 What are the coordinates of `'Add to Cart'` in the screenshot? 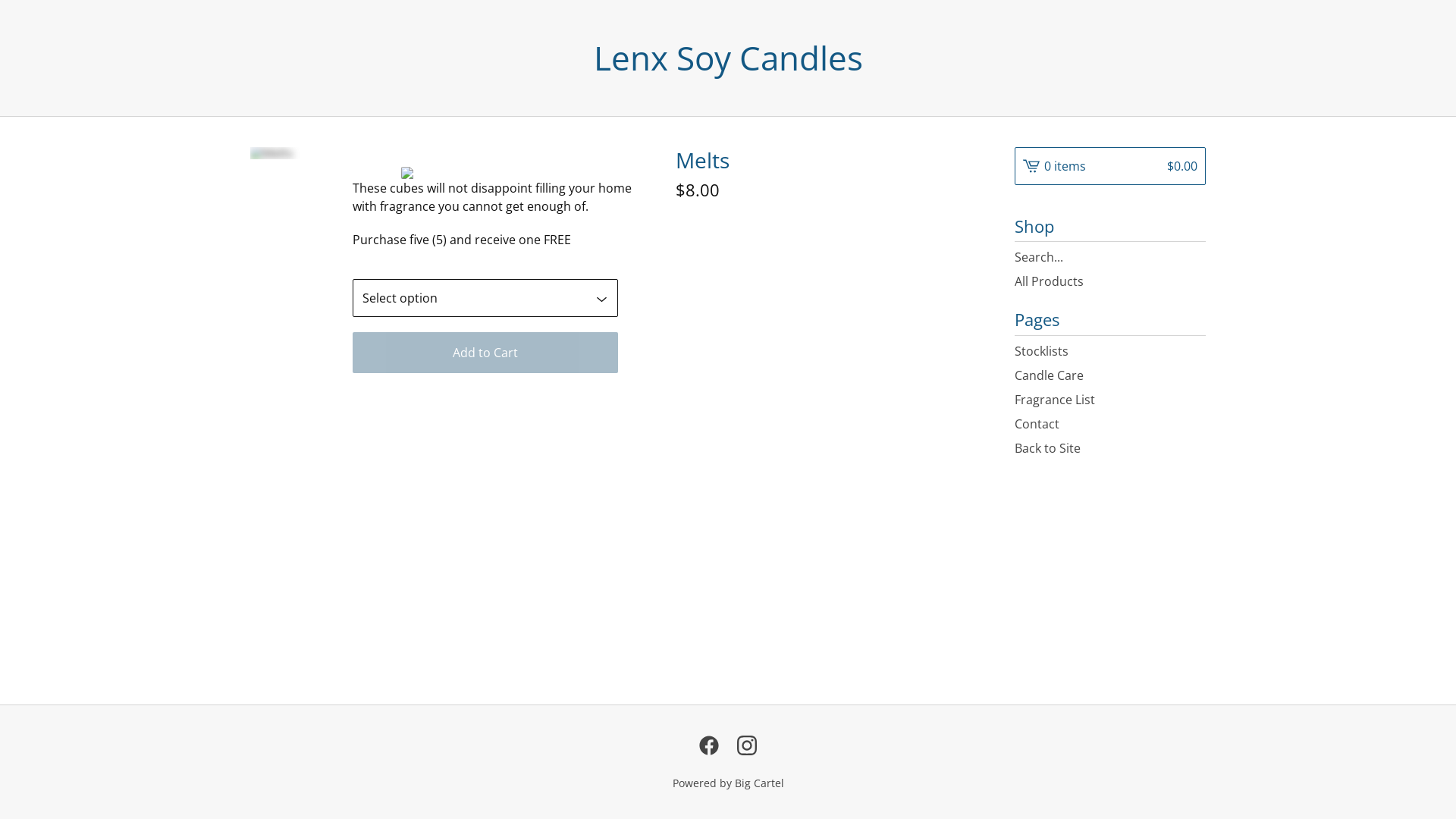 It's located at (484, 353).